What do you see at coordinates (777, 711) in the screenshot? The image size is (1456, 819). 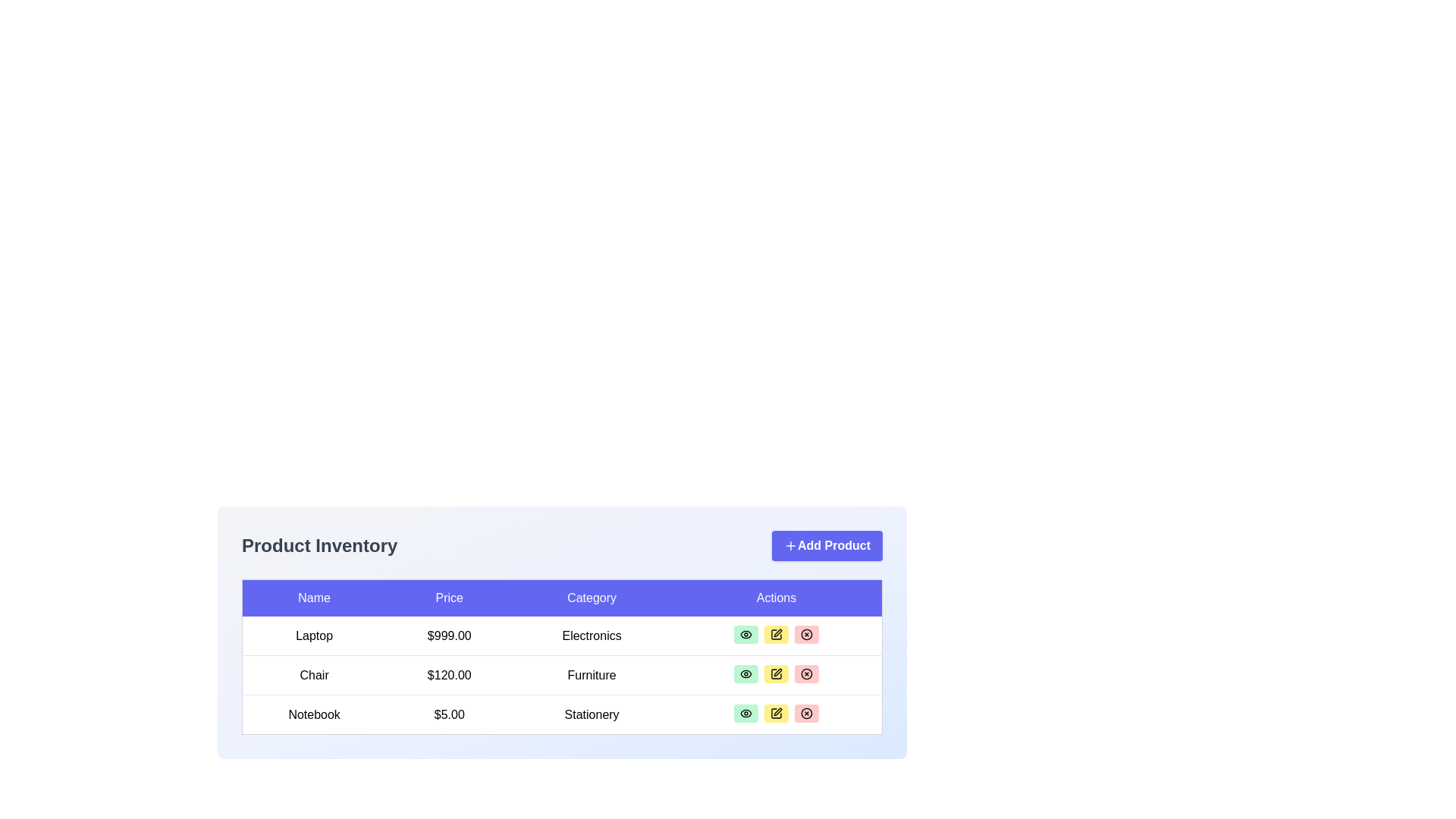 I see `the yellow pencil icon button located in the 'Actions' column of the last row in the table to initiate the edit action` at bounding box center [777, 711].